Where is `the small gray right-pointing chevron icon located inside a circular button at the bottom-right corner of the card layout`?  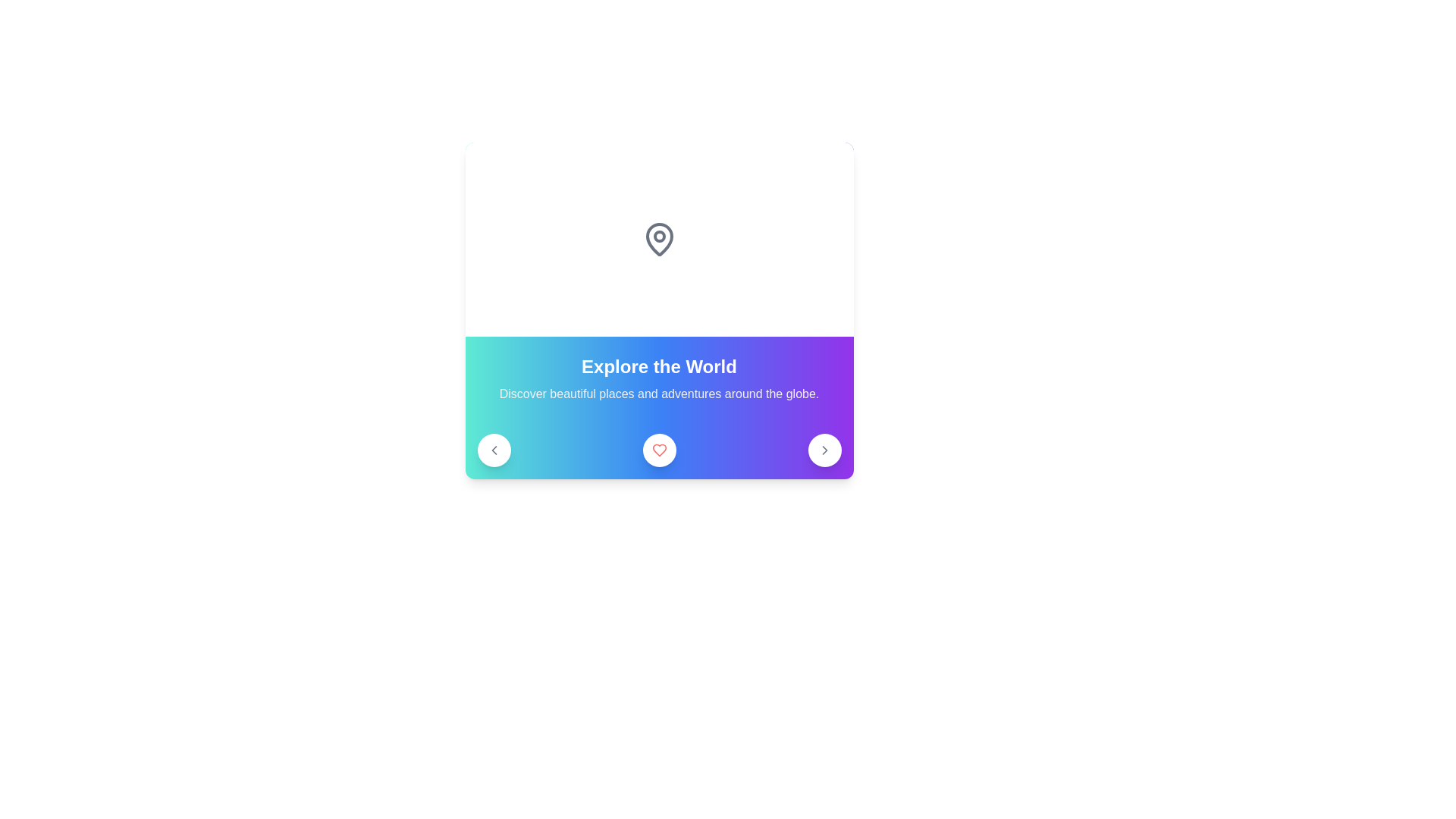
the small gray right-pointing chevron icon located inside a circular button at the bottom-right corner of the card layout is located at coordinates (824, 450).